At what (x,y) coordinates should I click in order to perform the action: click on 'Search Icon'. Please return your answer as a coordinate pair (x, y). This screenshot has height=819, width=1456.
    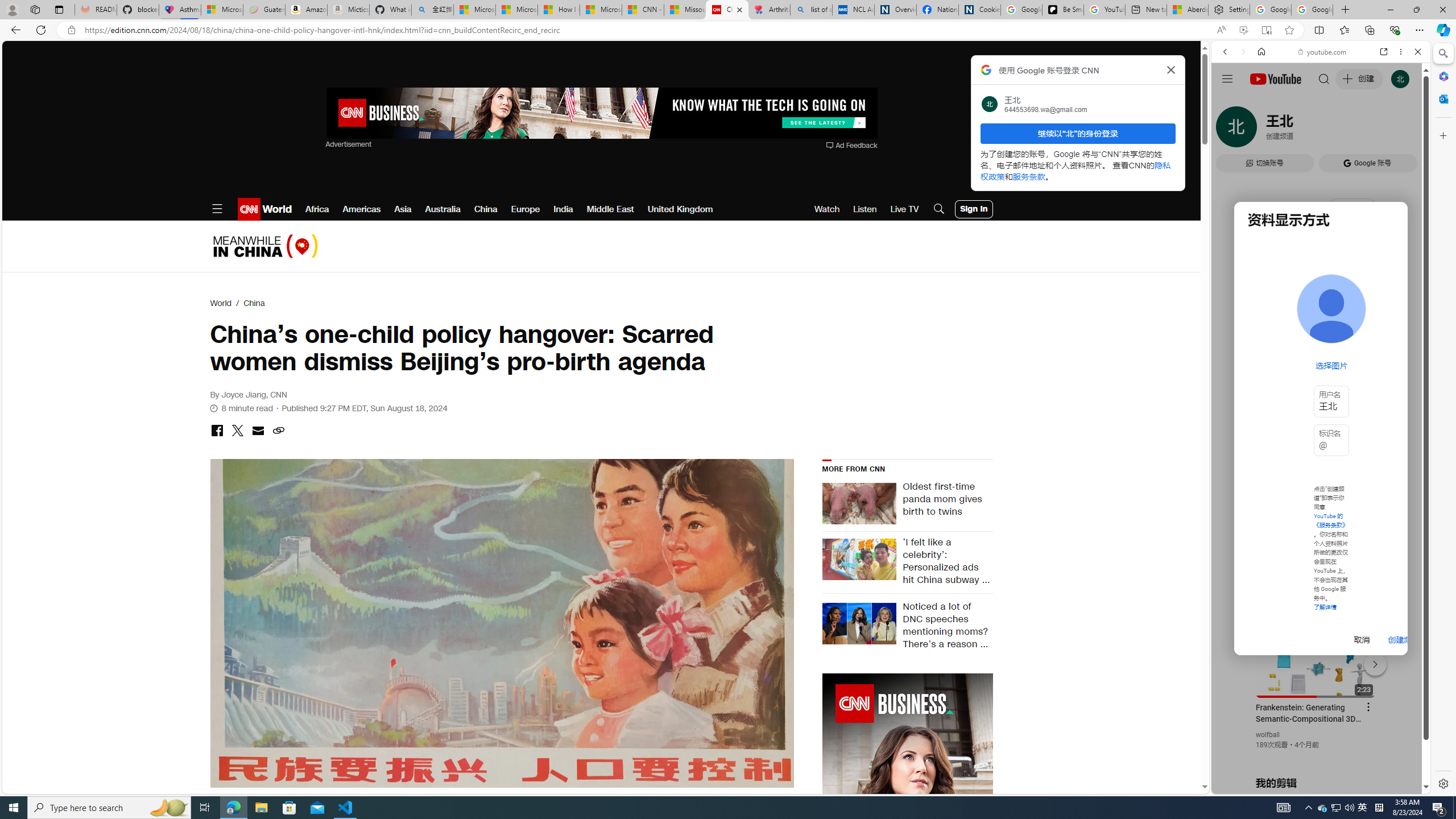
    Looking at the image, I should click on (938, 209).